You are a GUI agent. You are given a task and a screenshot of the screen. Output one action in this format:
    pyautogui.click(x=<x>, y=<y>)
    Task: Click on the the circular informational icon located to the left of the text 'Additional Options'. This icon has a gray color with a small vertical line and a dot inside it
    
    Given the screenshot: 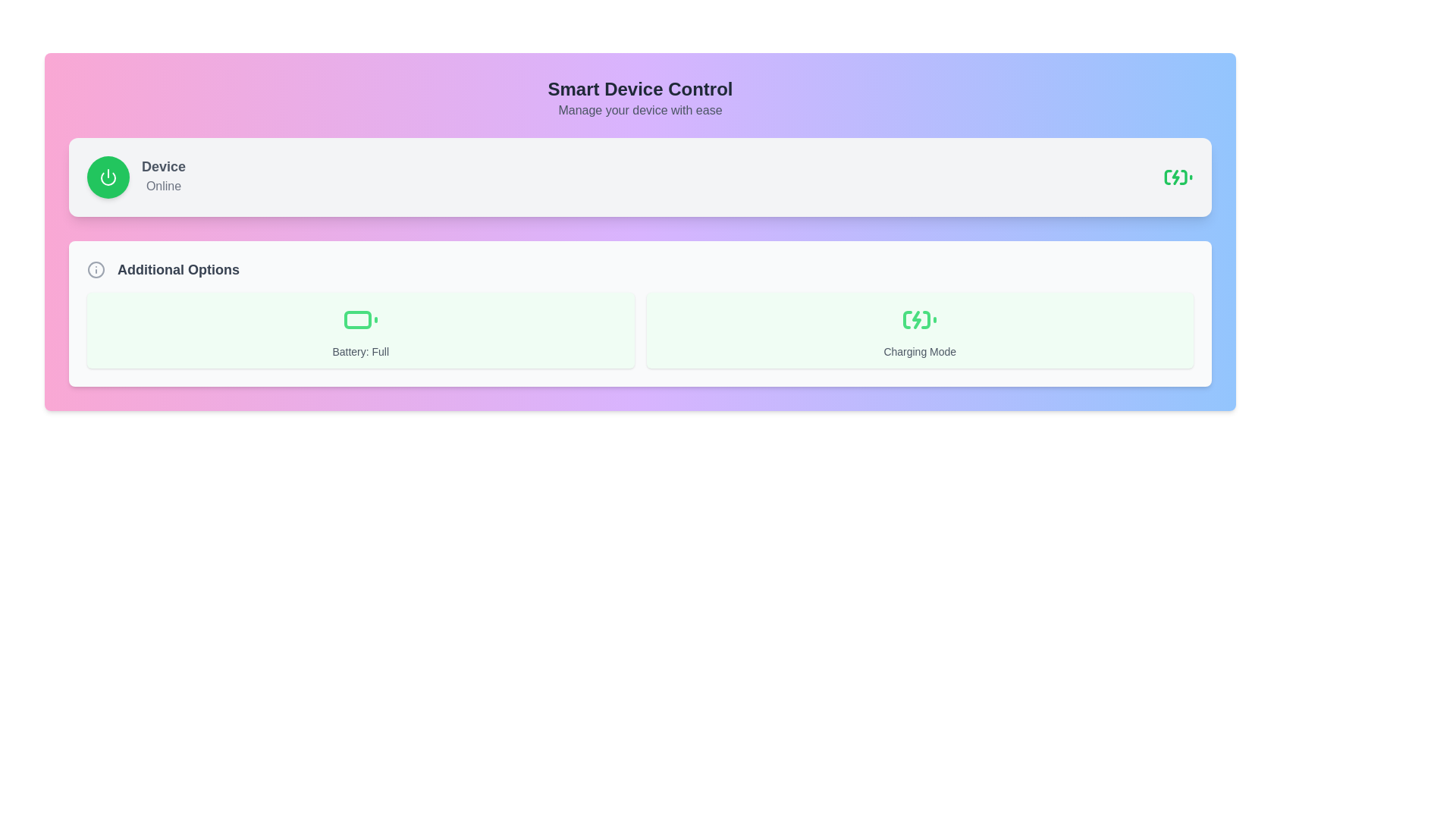 What is the action you would take?
    pyautogui.click(x=95, y=268)
    